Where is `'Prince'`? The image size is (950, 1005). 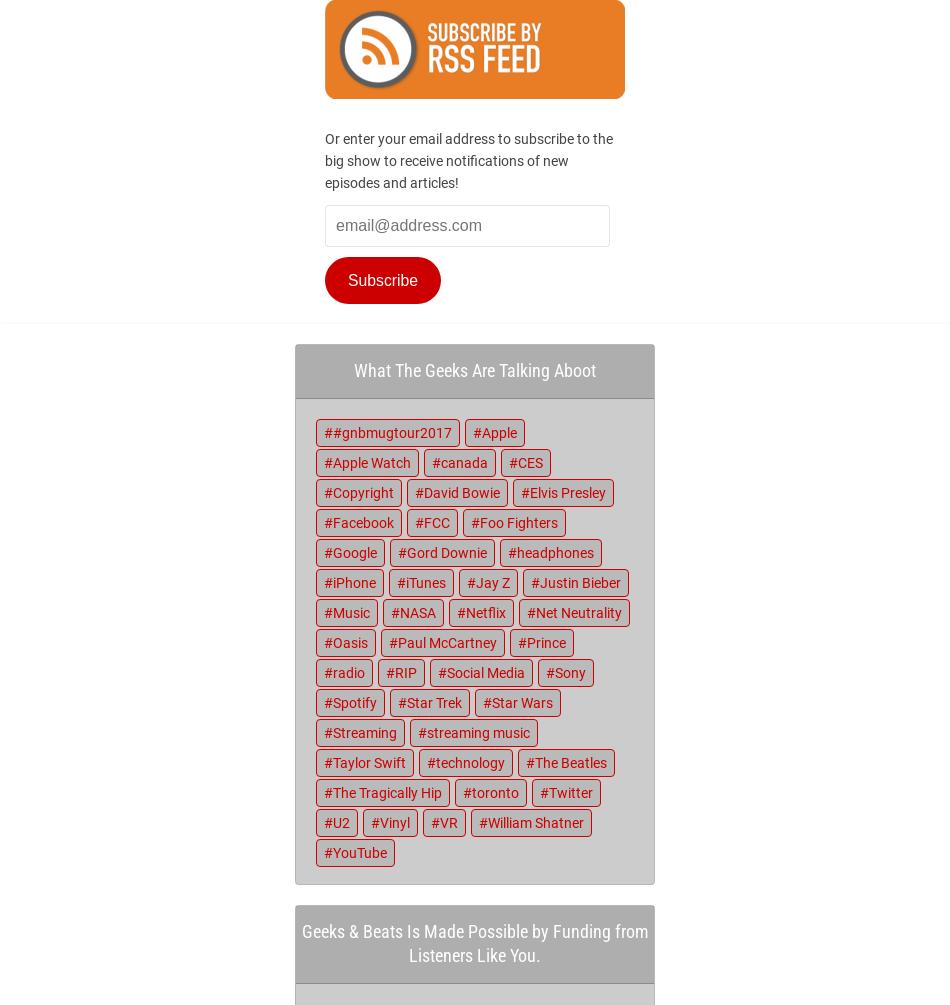
'Prince' is located at coordinates (546, 641).